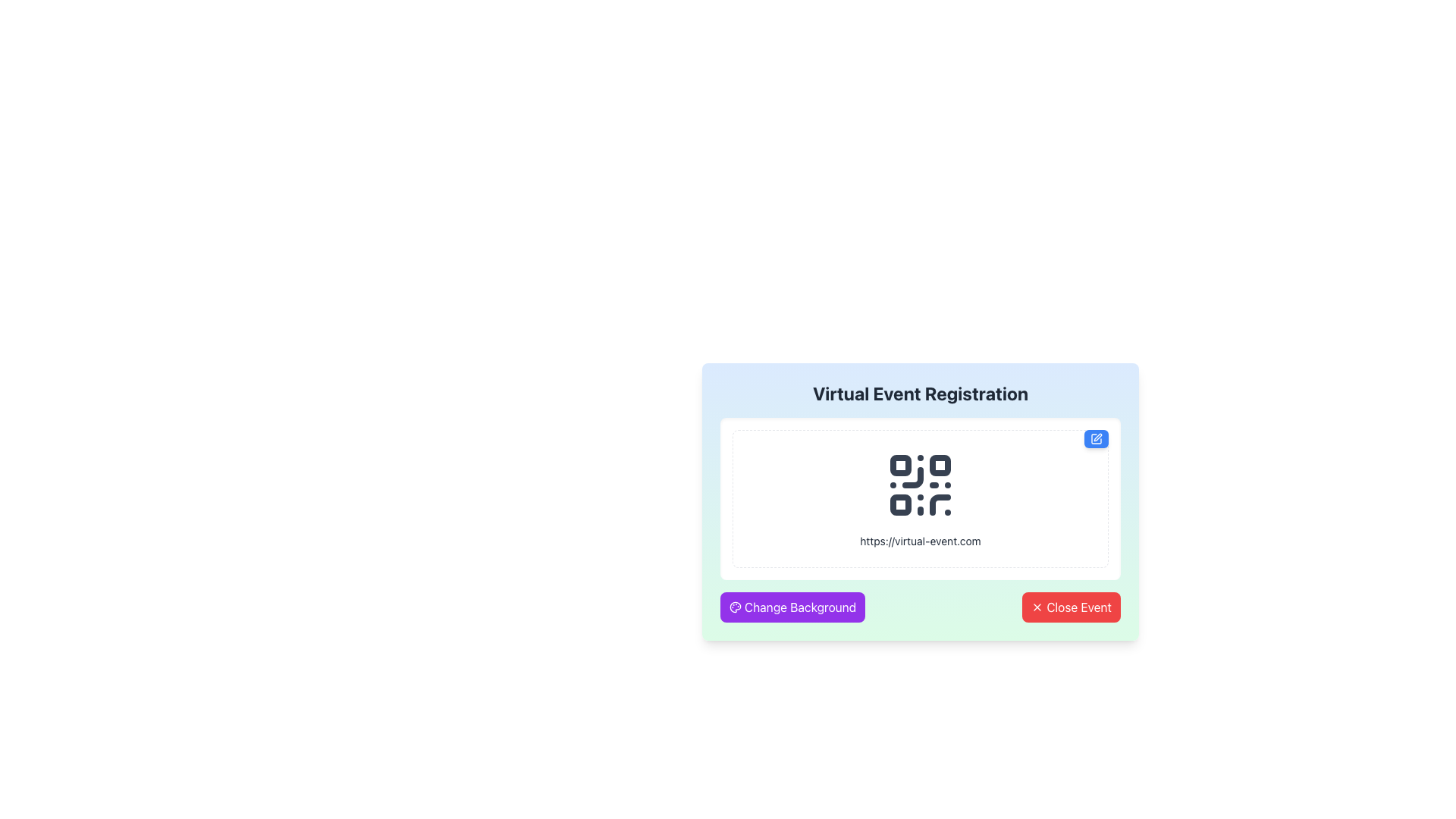 This screenshot has width=1456, height=819. I want to click on the small pen icon located at the top-right corner of the 'Virtual Event Registration' button to initiate editing, so click(1096, 438).